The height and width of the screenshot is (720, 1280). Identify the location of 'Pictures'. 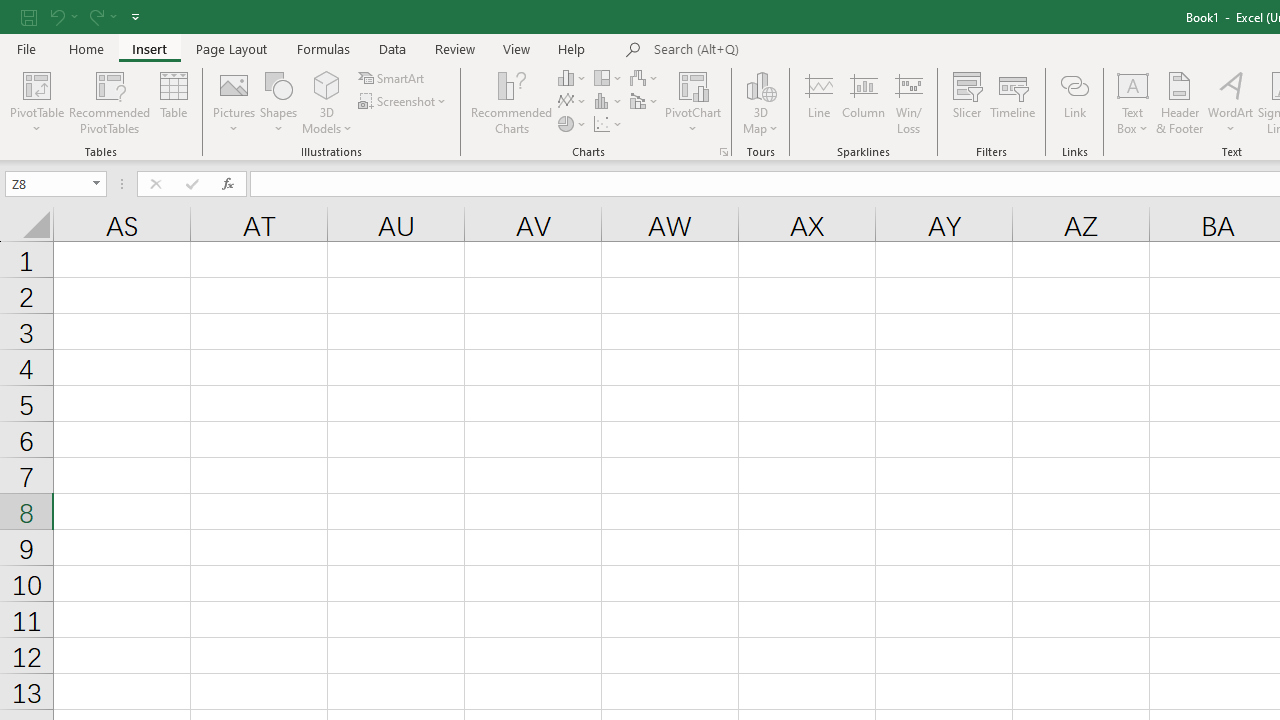
(234, 103).